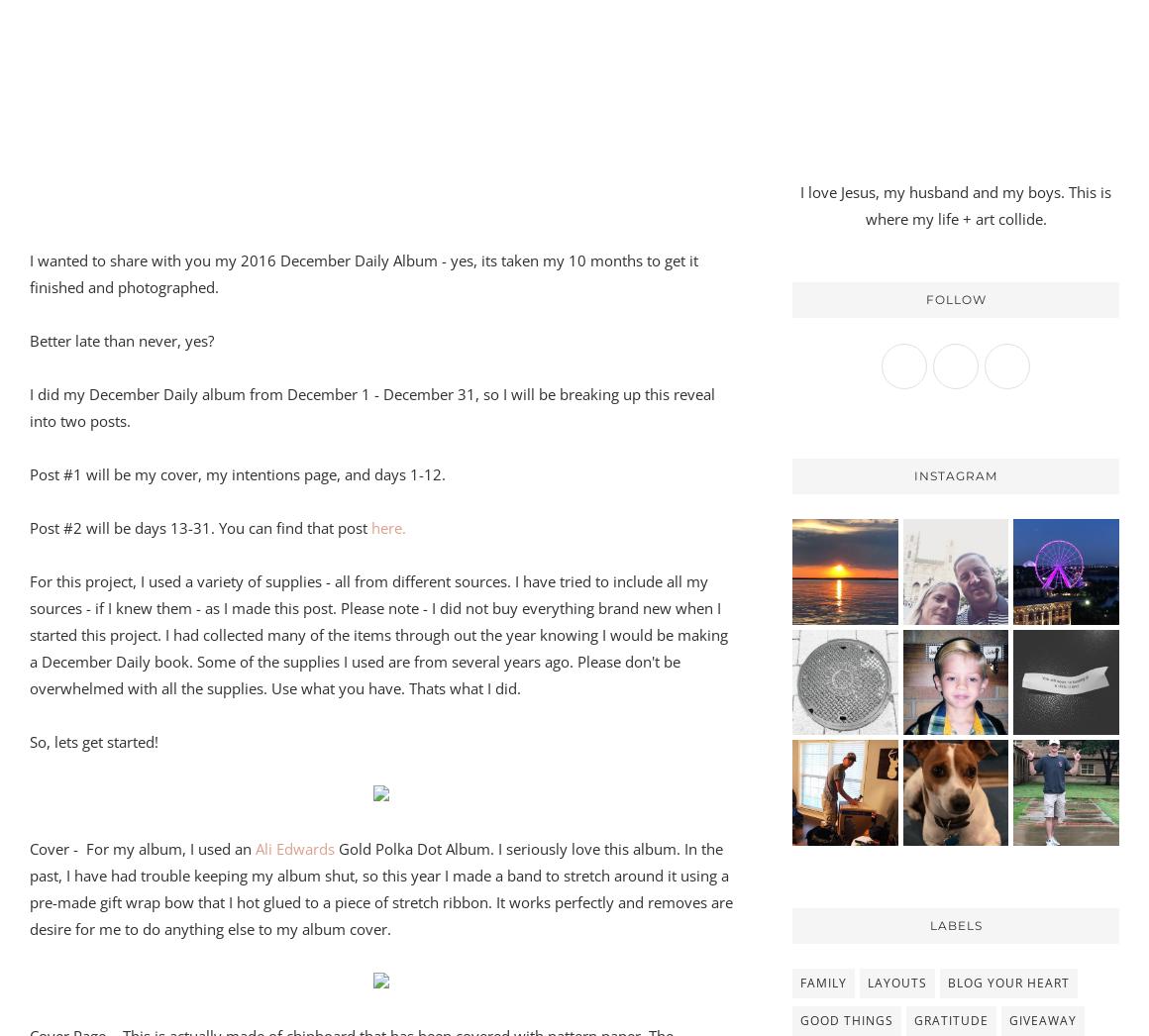 The image size is (1149, 1036). What do you see at coordinates (823, 981) in the screenshot?
I see `'family'` at bounding box center [823, 981].